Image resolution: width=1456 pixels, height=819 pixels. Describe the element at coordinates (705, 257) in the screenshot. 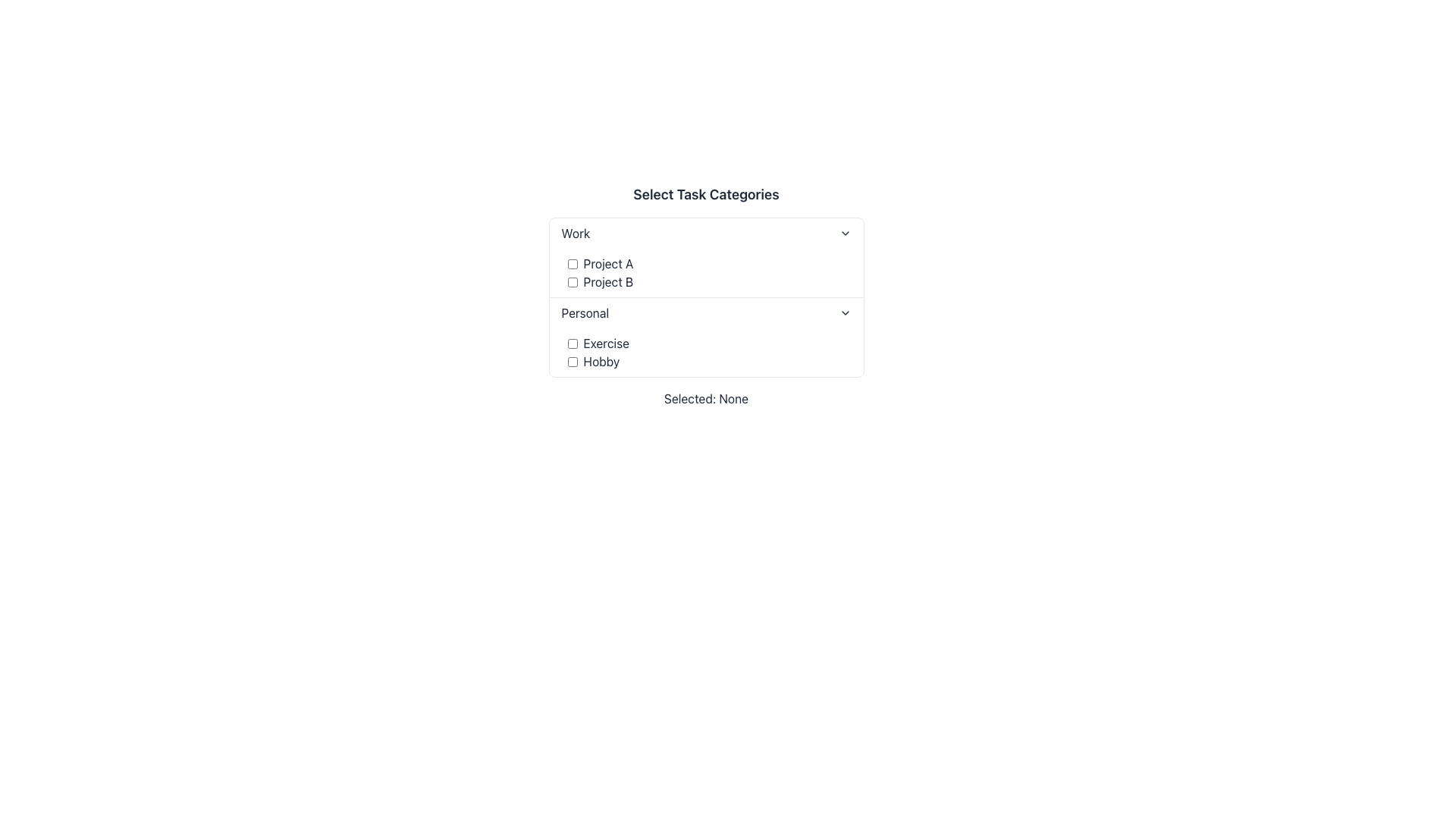

I see `the checkbox for 'Project B' located under the 'Work' section, which contains collapsible and selectable items` at that location.